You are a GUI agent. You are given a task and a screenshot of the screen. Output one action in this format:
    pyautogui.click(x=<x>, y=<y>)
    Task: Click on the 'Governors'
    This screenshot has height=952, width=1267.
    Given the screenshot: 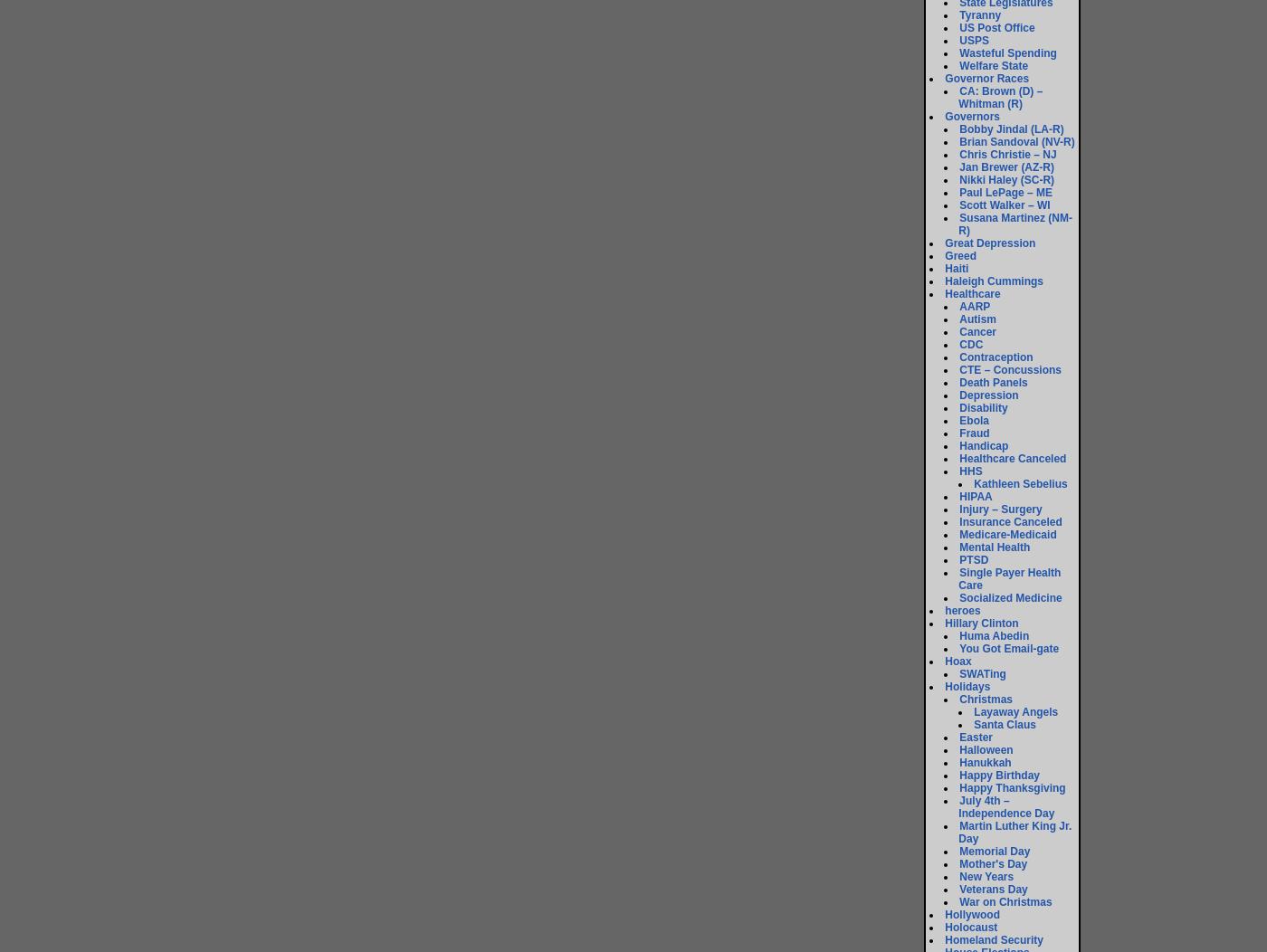 What is the action you would take?
    pyautogui.click(x=972, y=116)
    